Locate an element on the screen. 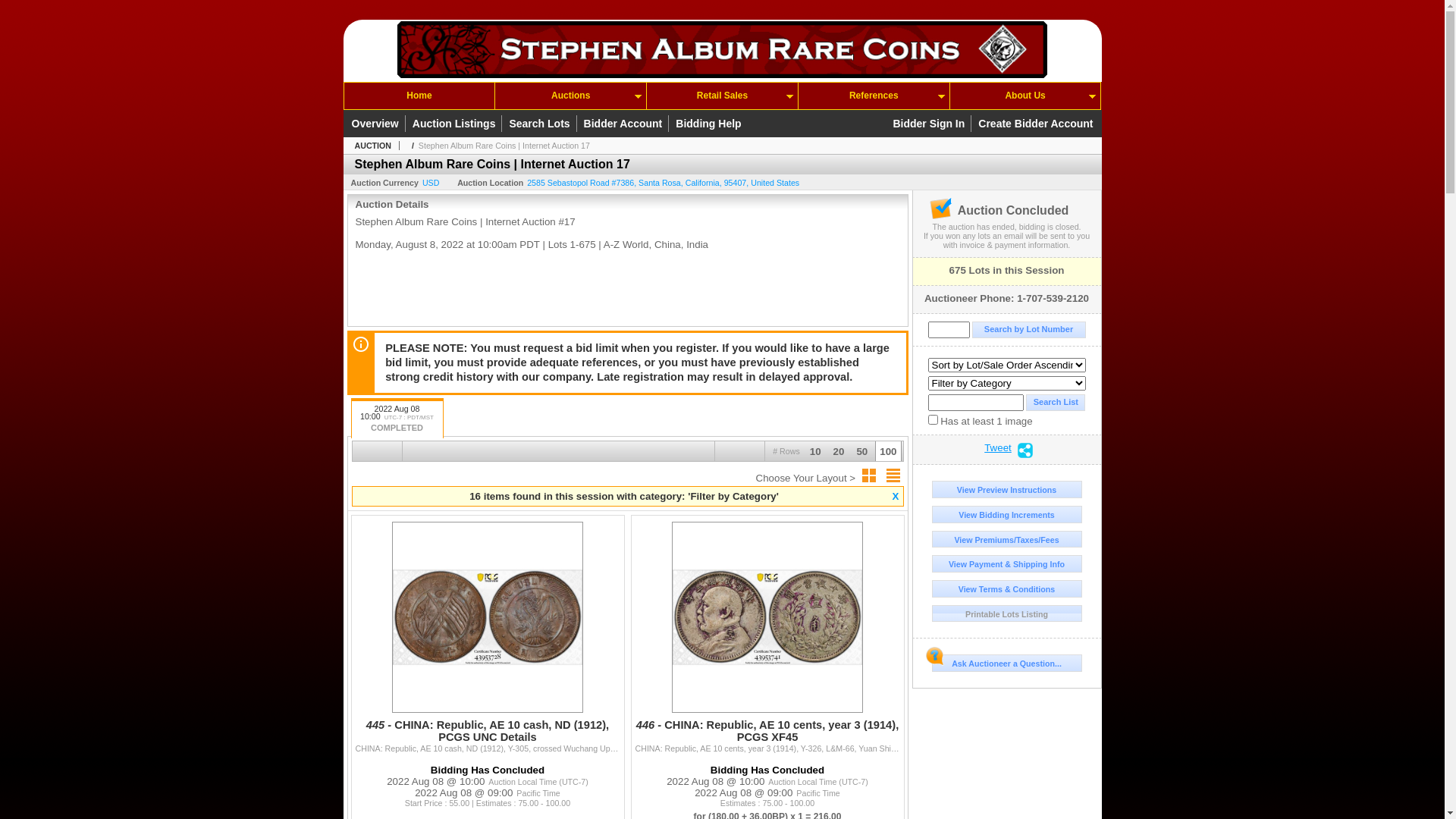  '2022 Aug 08 is located at coordinates (397, 418).